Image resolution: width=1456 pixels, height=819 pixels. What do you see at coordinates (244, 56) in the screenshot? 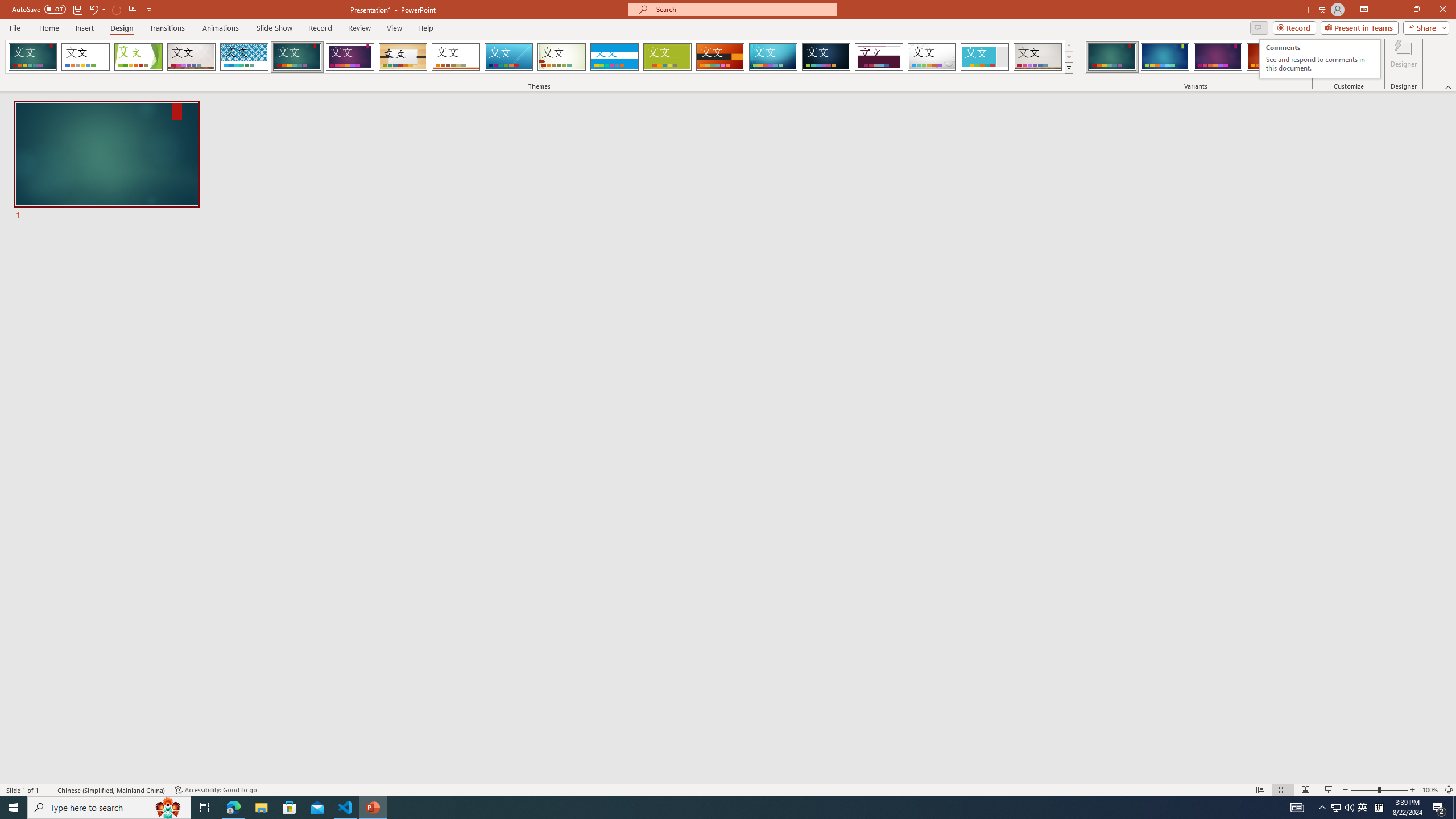
I see `'Integral Loading Preview...'` at bounding box center [244, 56].